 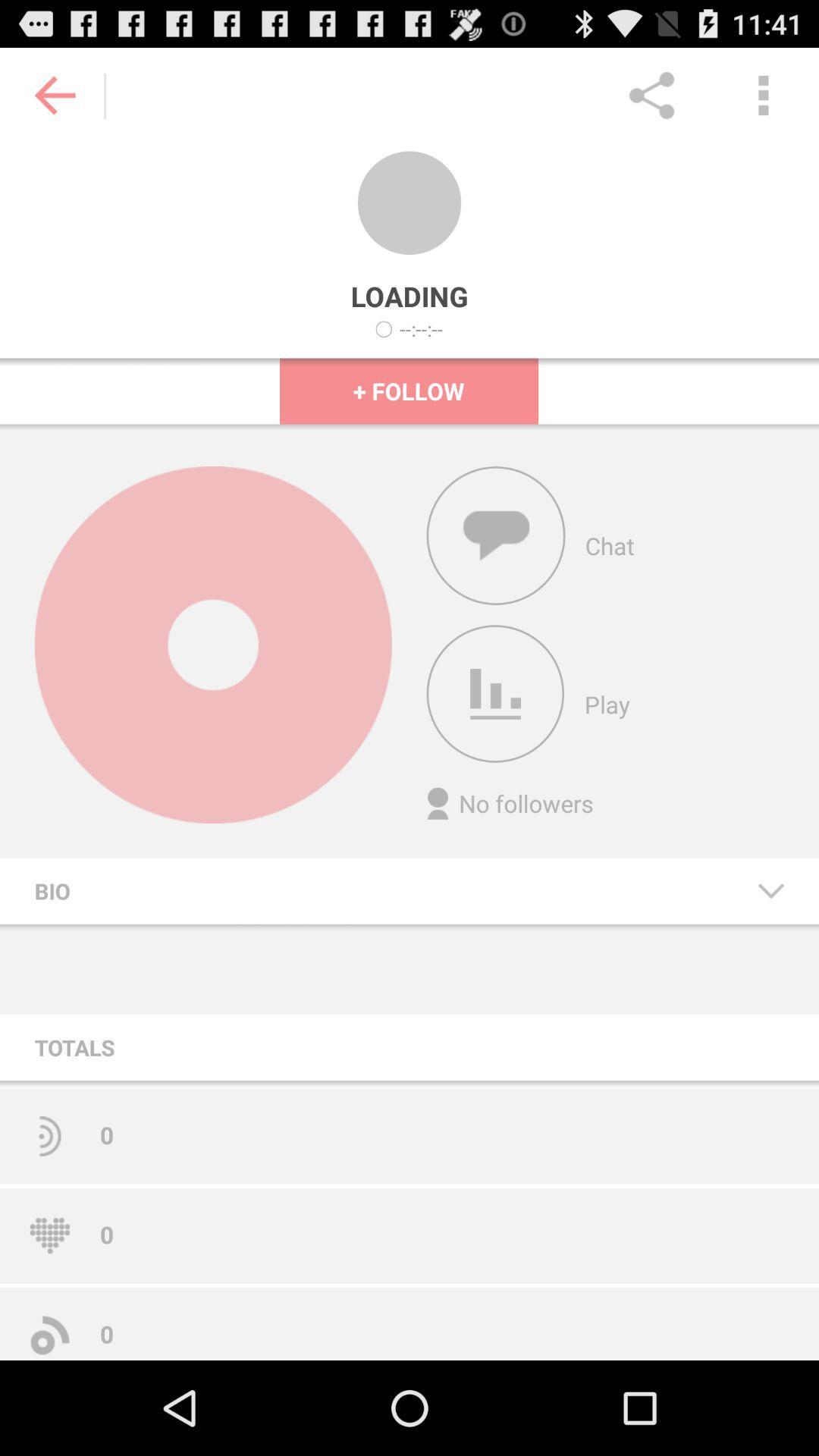 I want to click on click on play icon, so click(x=495, y=693).